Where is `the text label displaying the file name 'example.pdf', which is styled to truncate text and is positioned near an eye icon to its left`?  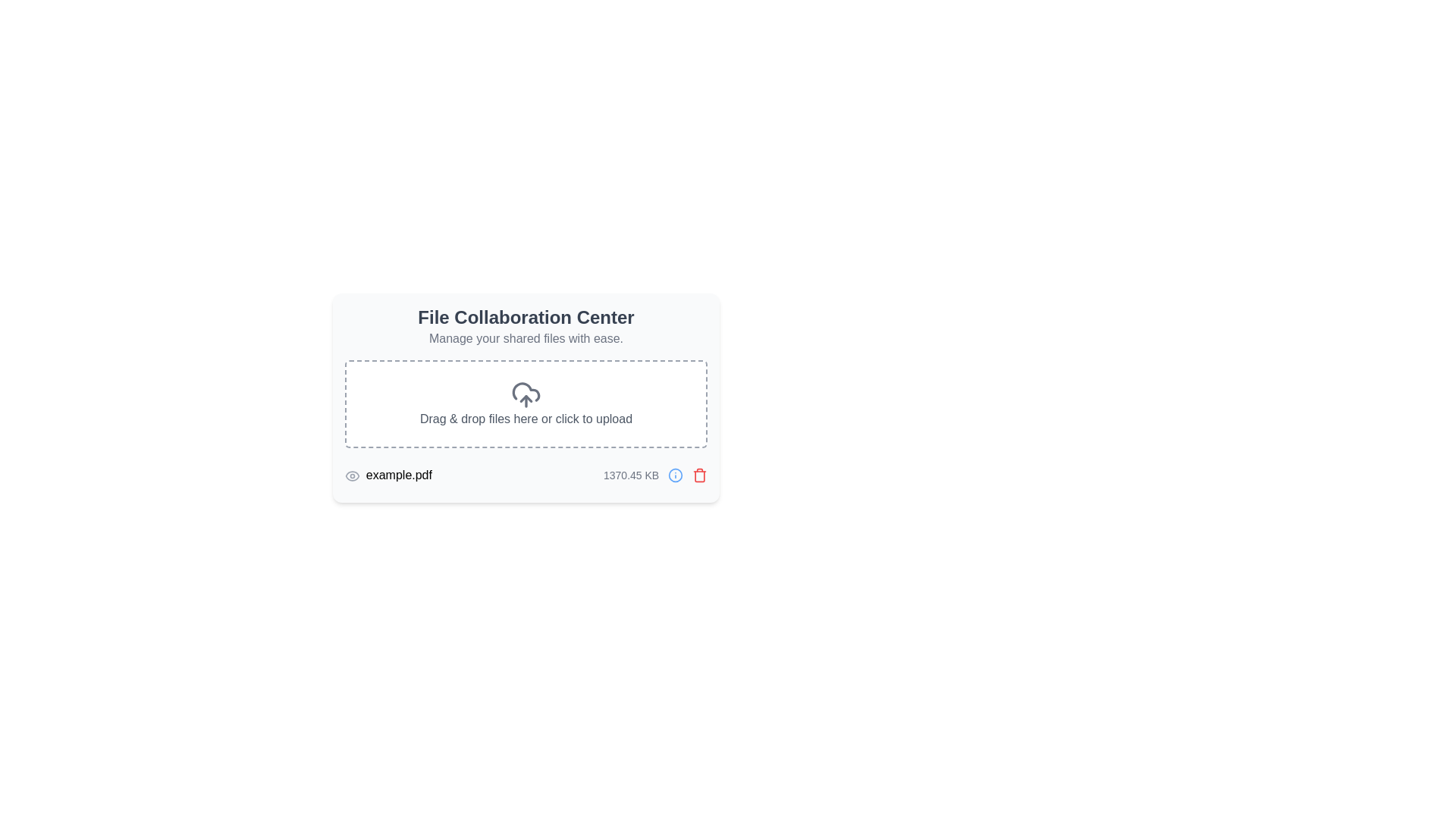
the text label displaying the file name 'example.pdf', which is styled to truncate text and is positioned near an eye icon to its left is located at coordinates (388, 475).